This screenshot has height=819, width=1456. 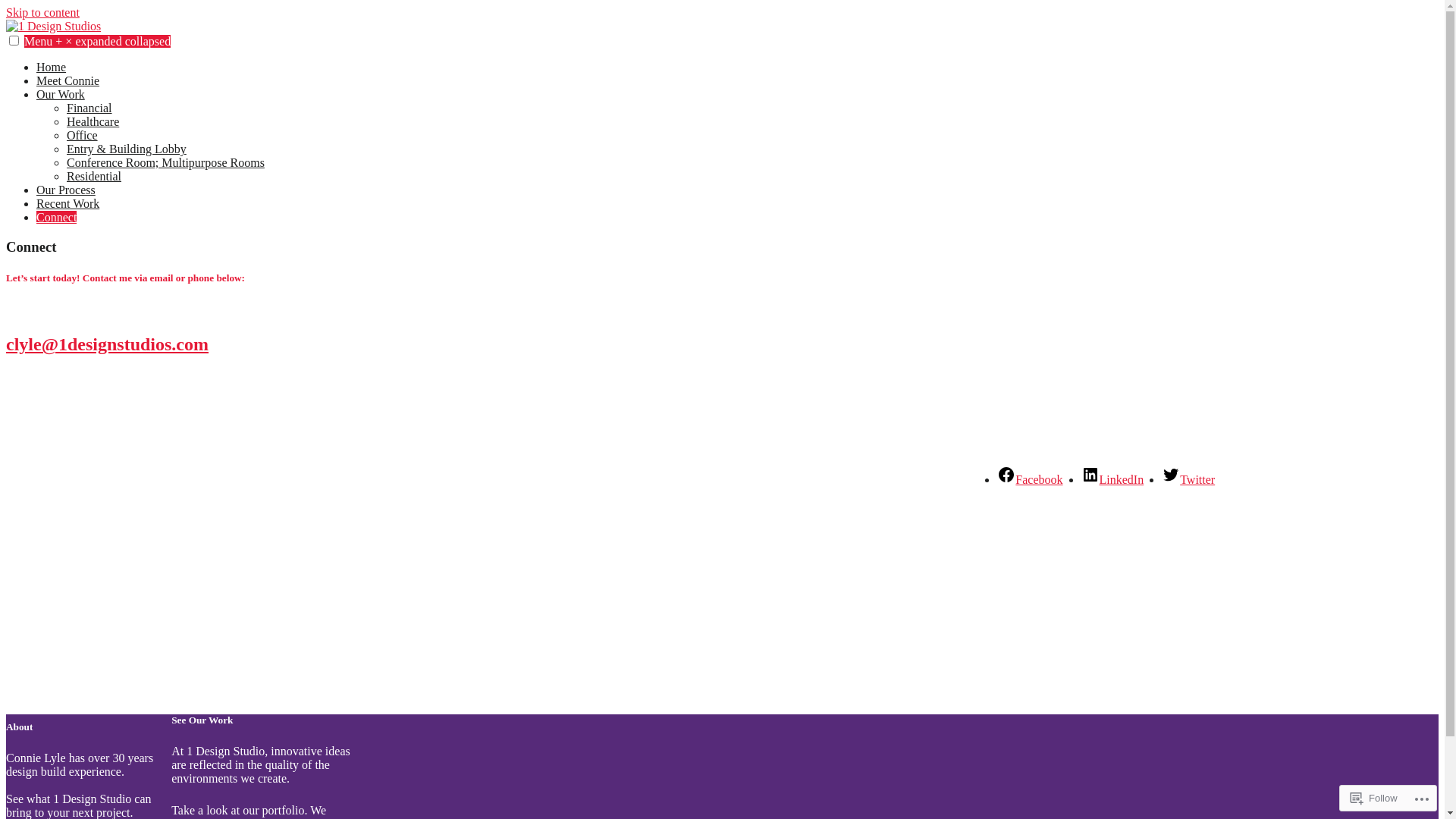 I want to click on 'Entry & Building Lobby', so click(x=127, y=149).